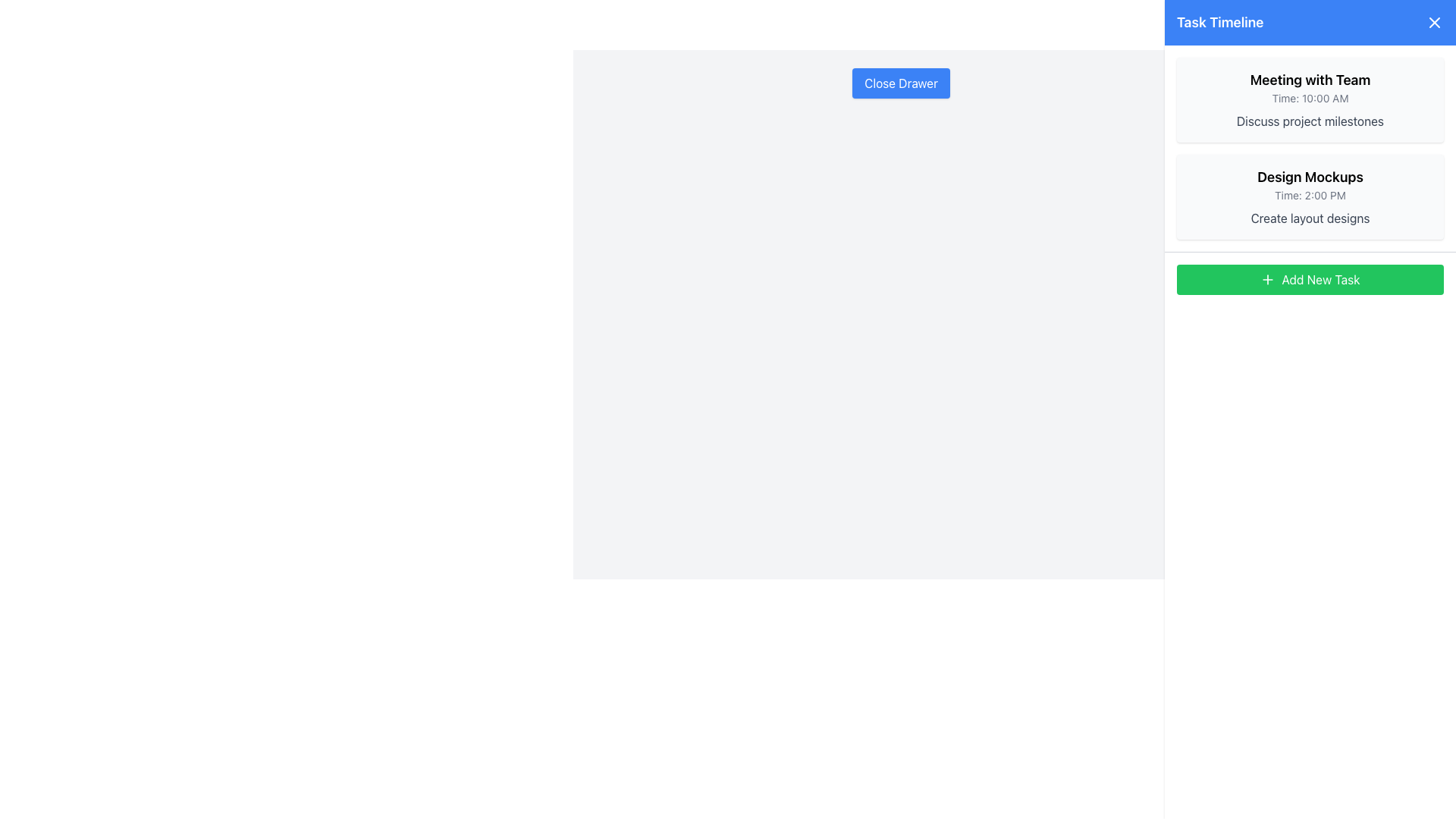 This screenshot has height=819, width=1456. I want to click on the 'Task Timeline' text label which is a bold, large-sized title in a blue header bar, positioned centrally and slightly downward within the header, so click(1220, 23).